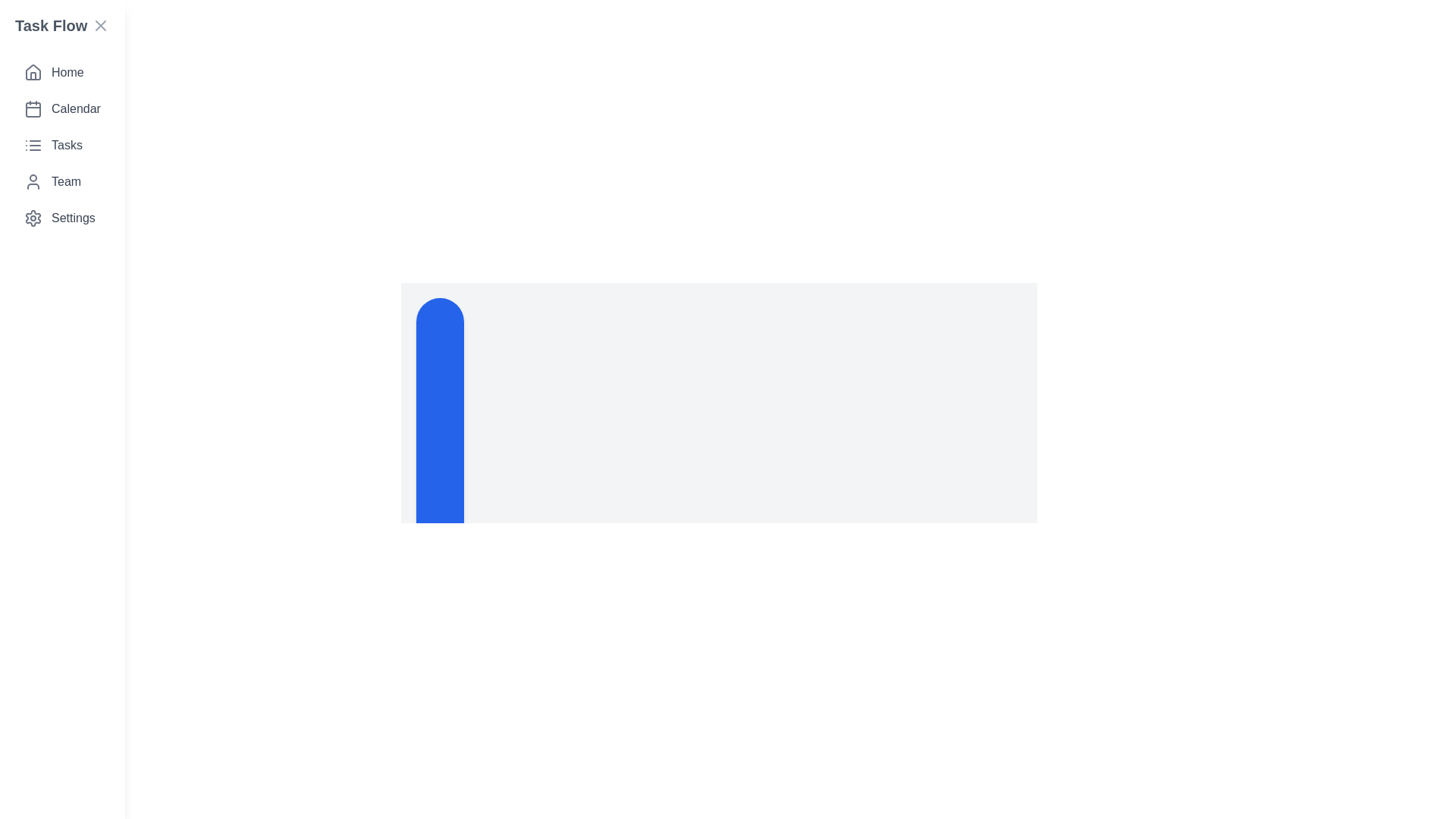 This screenshot has width=1456, height=819. Describe the element at coordinates (61, 146) in the screenshot. I see `the menu item corresponding to Tasks to navigate to that section` at that location.